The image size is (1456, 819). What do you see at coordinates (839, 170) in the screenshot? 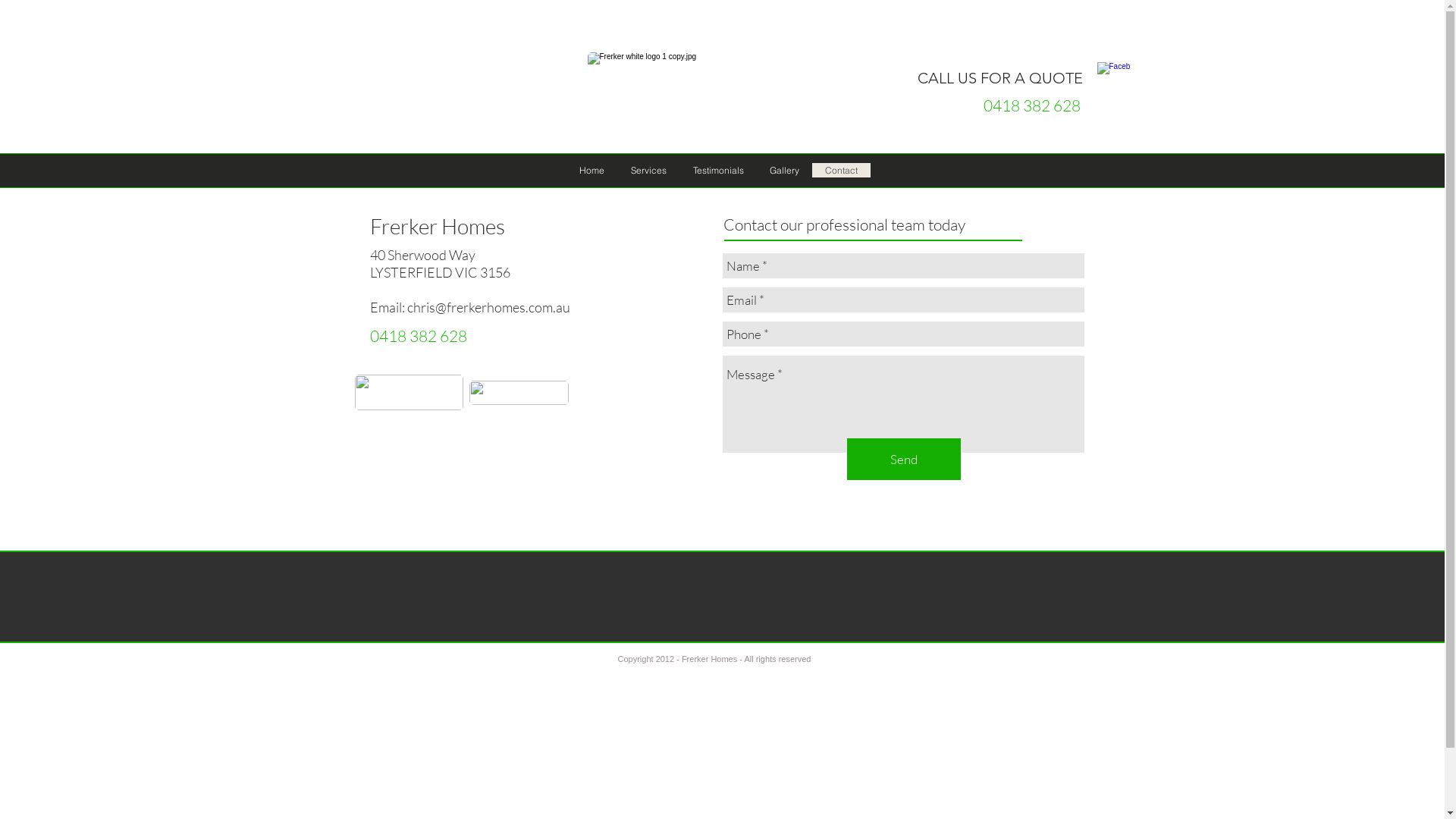
I see `'Contact'` at bounding box center [839, 170].